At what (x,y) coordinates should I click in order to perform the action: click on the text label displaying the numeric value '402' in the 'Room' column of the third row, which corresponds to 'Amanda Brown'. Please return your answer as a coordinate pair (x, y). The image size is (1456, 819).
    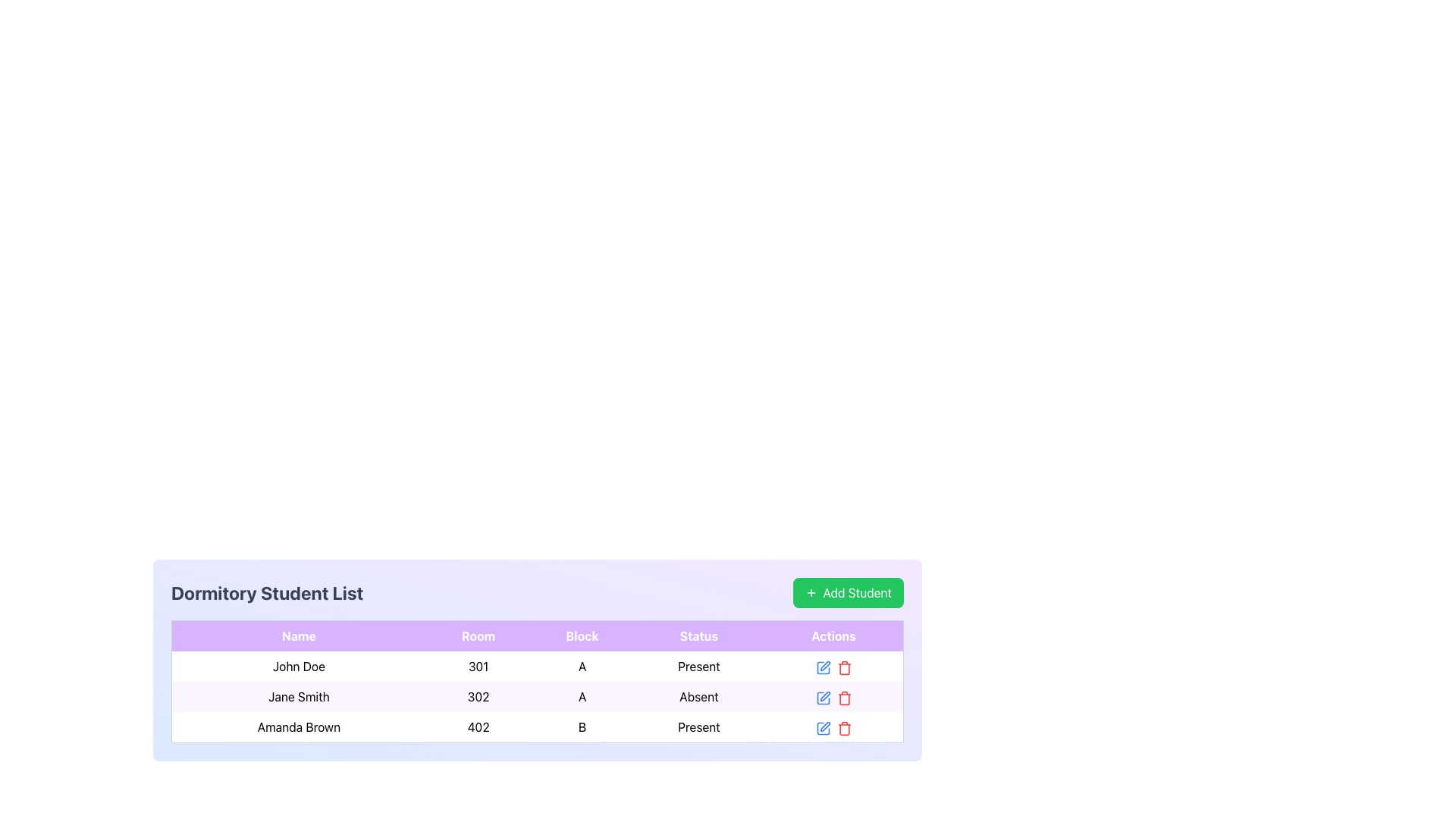
    Looking at the image, I should click on (478, 726).